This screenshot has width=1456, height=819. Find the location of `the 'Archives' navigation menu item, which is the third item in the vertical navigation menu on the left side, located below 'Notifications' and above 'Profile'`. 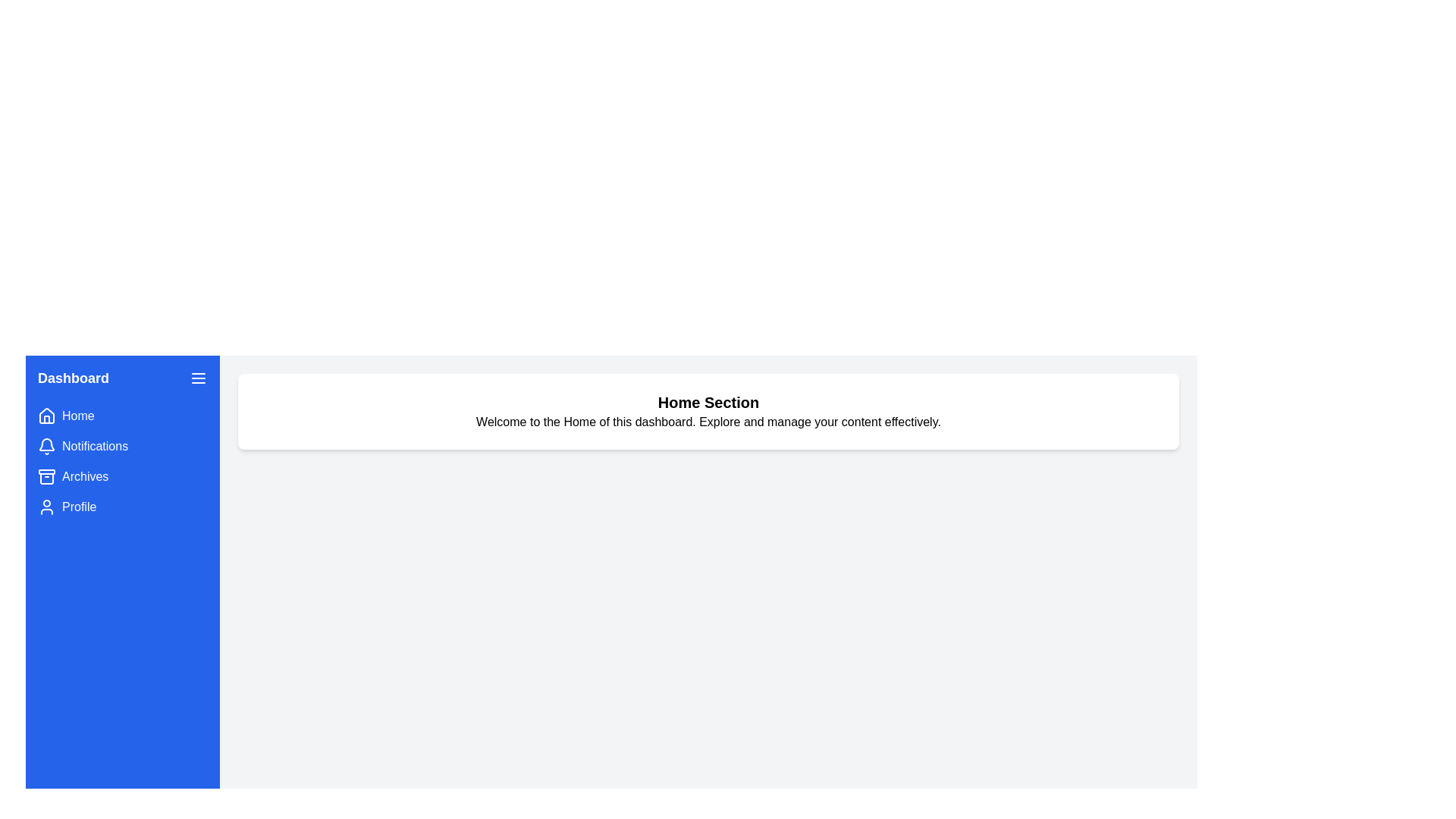

the 'Archives' navigation menu item, which is the third item in the vertical navigation menu on the left side, located below 'Notifications' and above 'Profile' is located at coordinates (123, 475).